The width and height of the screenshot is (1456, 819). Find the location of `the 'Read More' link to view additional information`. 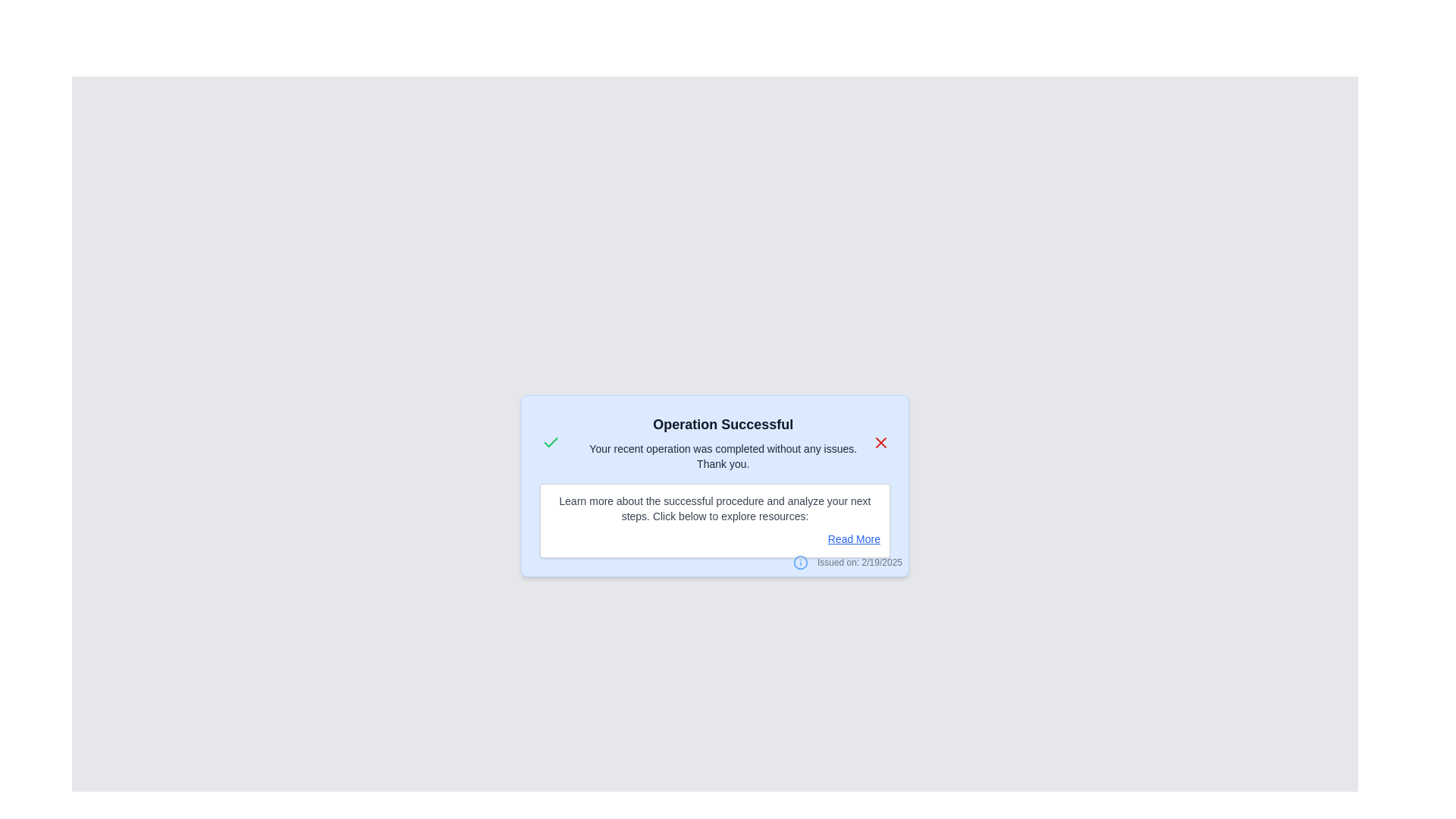

the 'Read More' link to view additional information is located at coordinates (854, 538).